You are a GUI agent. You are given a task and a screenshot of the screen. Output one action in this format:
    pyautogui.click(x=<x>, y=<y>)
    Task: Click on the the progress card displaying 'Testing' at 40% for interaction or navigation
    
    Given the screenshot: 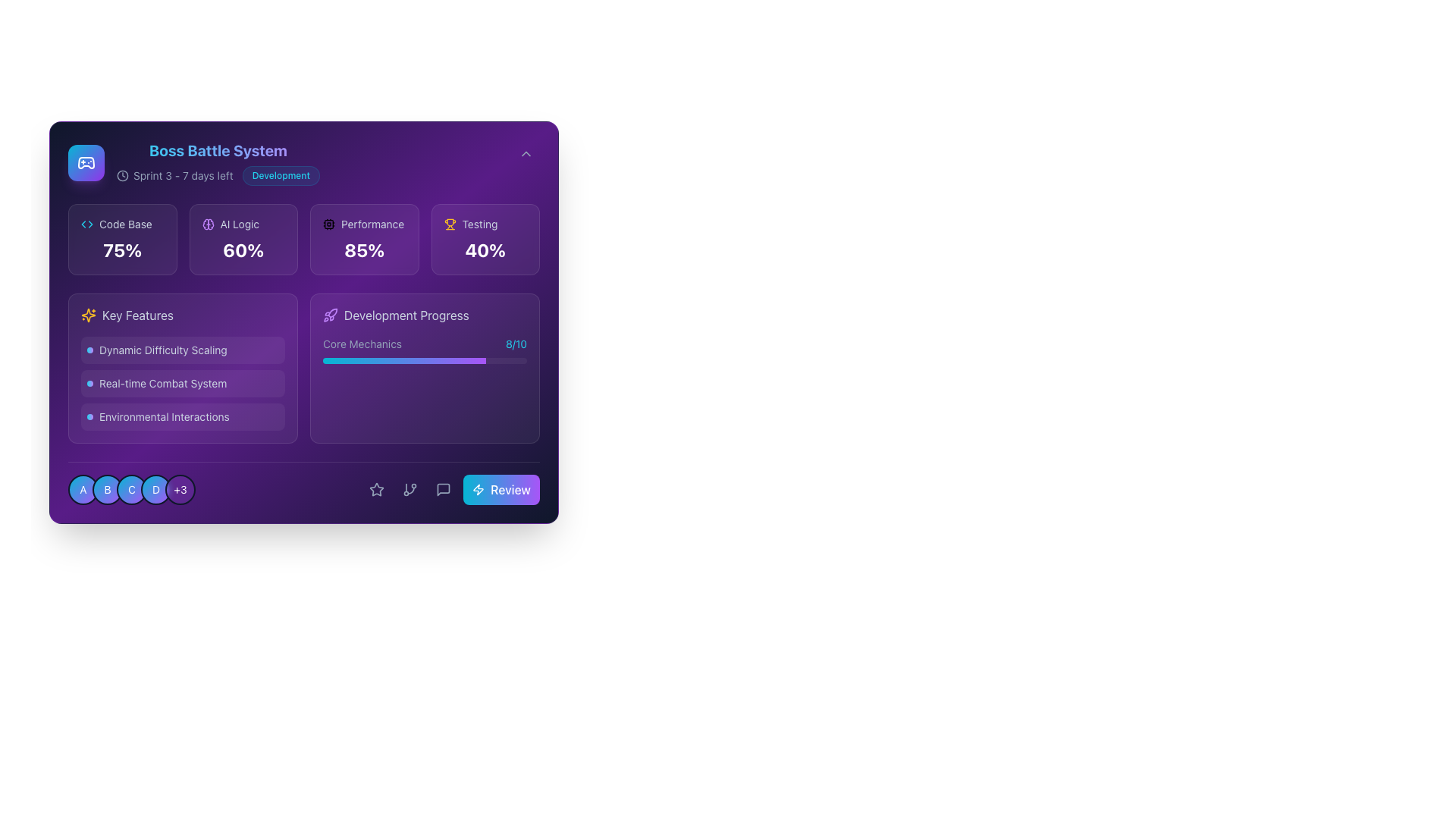 What is the action you would take?
    pyautogui.click(x=485, y=239)
    